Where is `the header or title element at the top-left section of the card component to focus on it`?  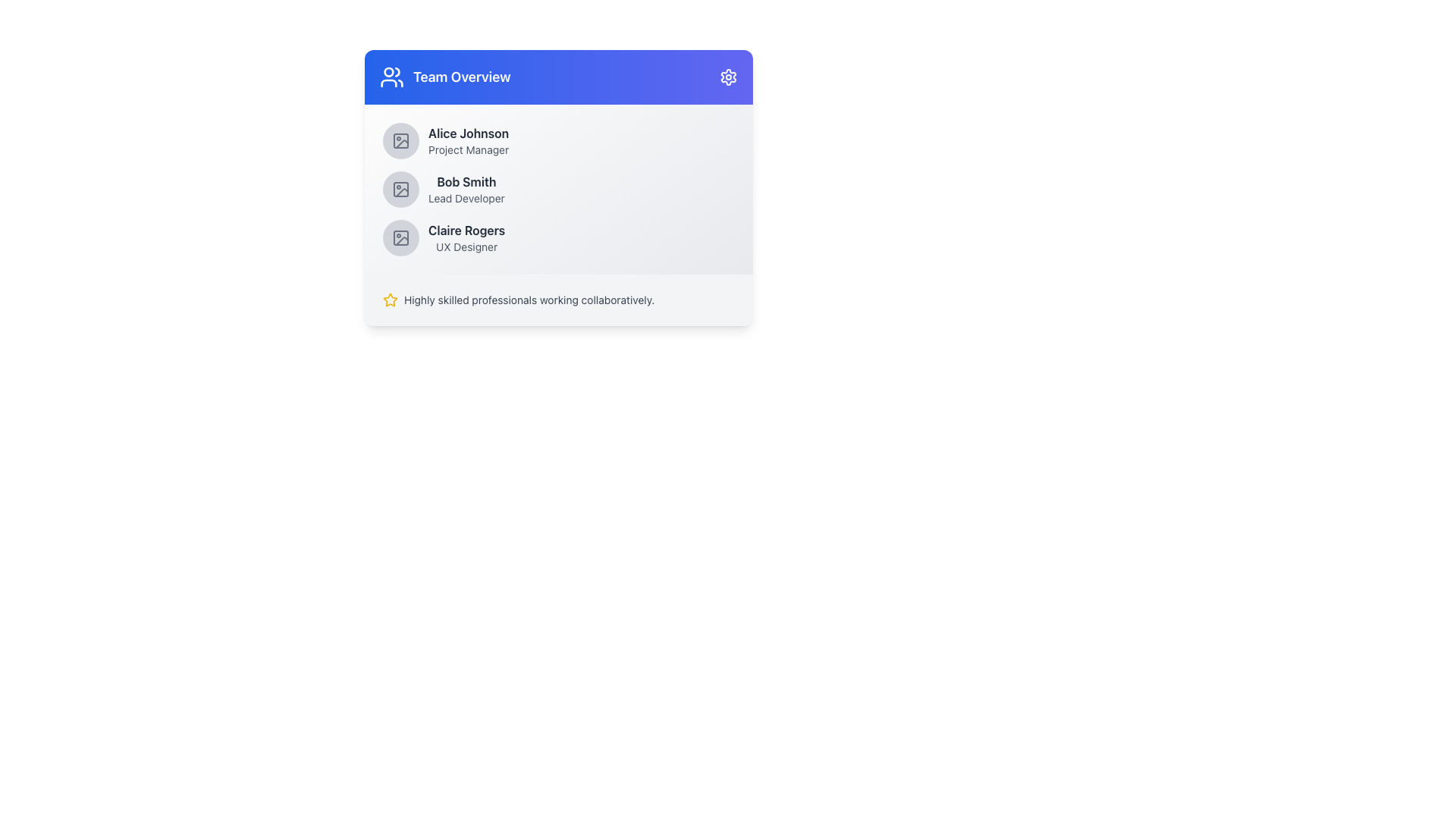
the header or title element at the top-left section of the card component to focus on it is located at coordinates (444, 77).